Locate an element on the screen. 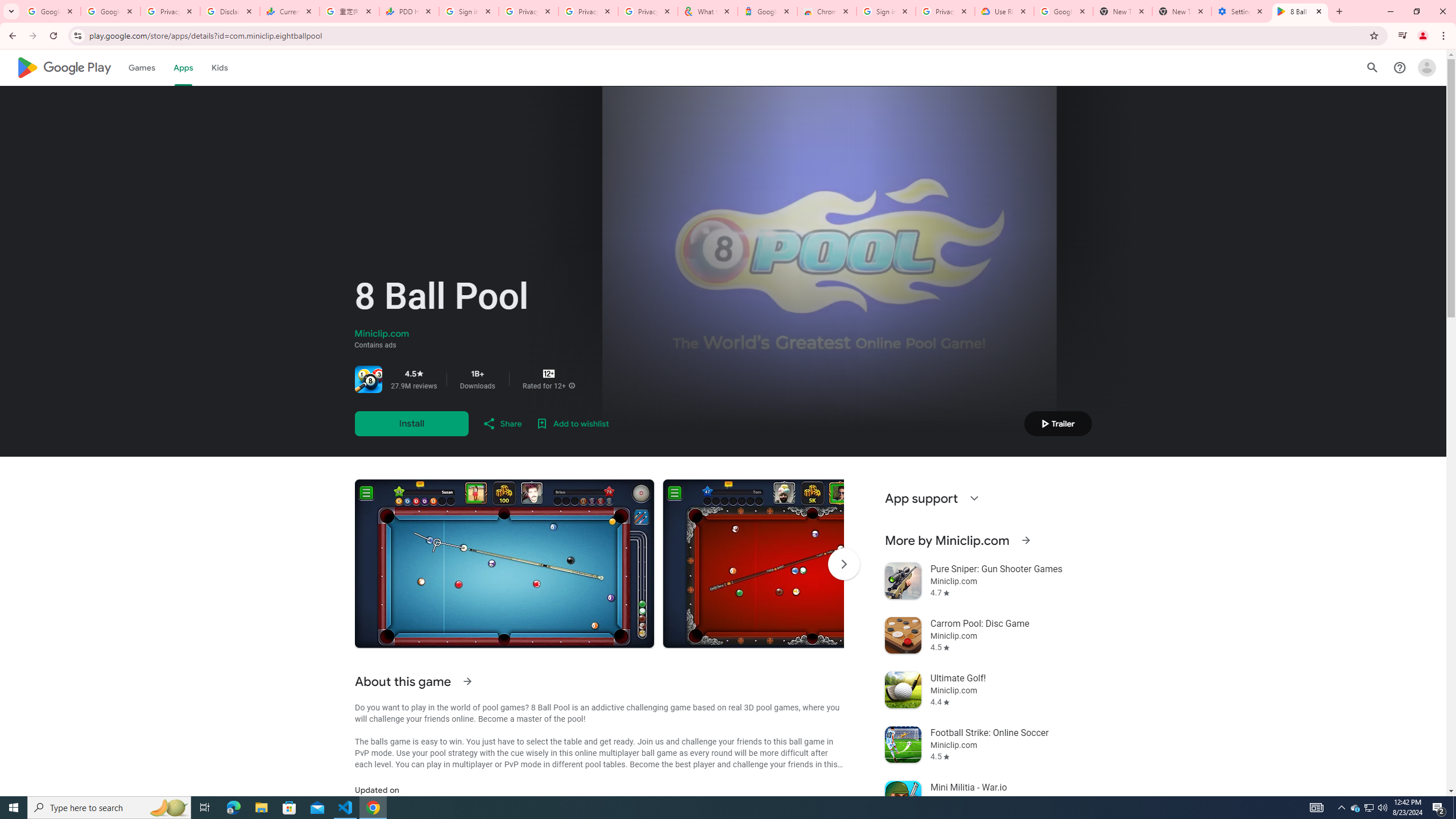  'Install' is located at coordinates (411, 423).